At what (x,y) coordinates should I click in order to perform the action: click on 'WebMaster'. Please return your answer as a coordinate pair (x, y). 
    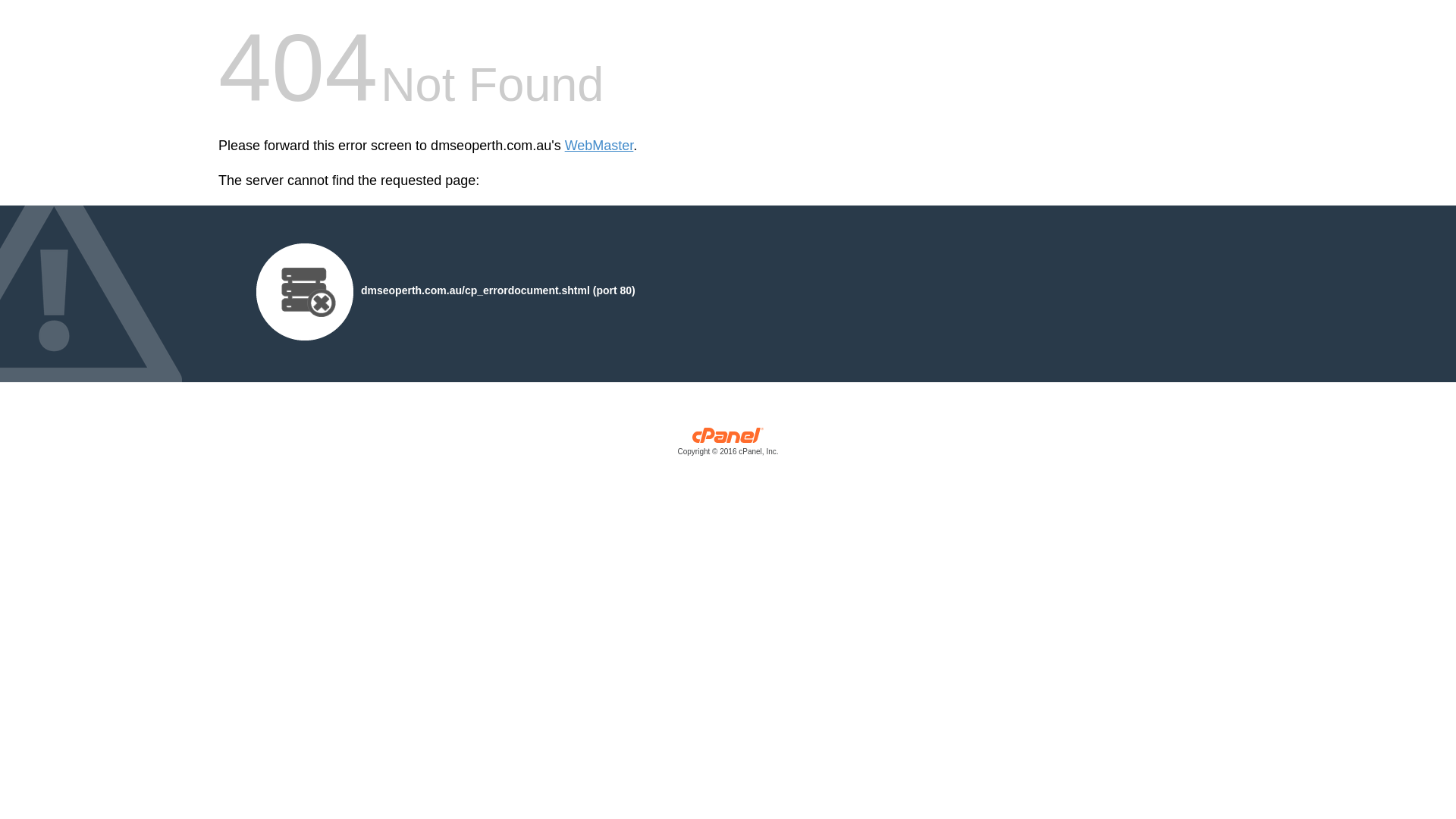
    Looking at the image, I should click on (563, 146).